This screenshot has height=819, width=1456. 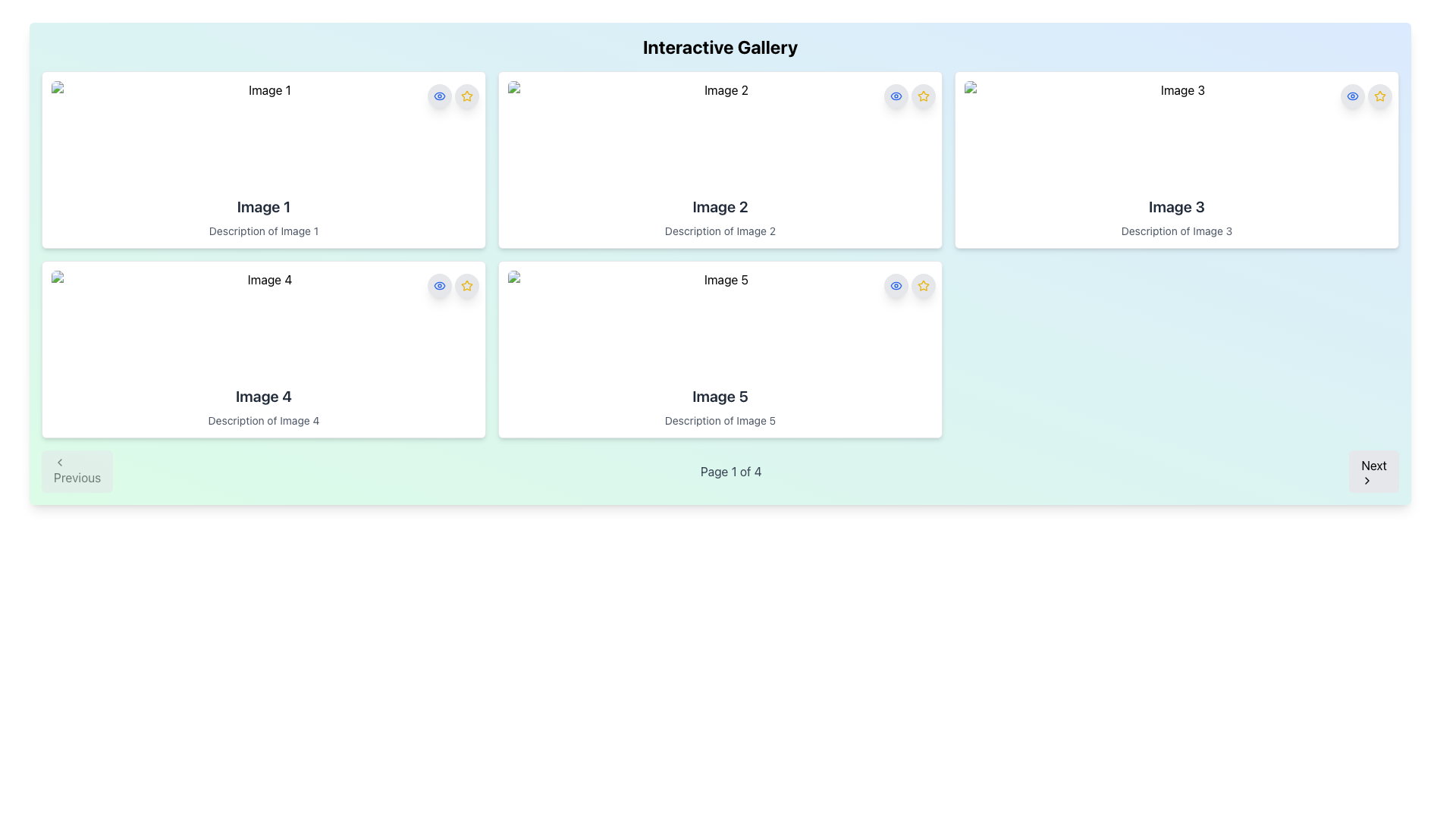 I want to click on the display card for 'Image 5', so click(x=720, y=350).